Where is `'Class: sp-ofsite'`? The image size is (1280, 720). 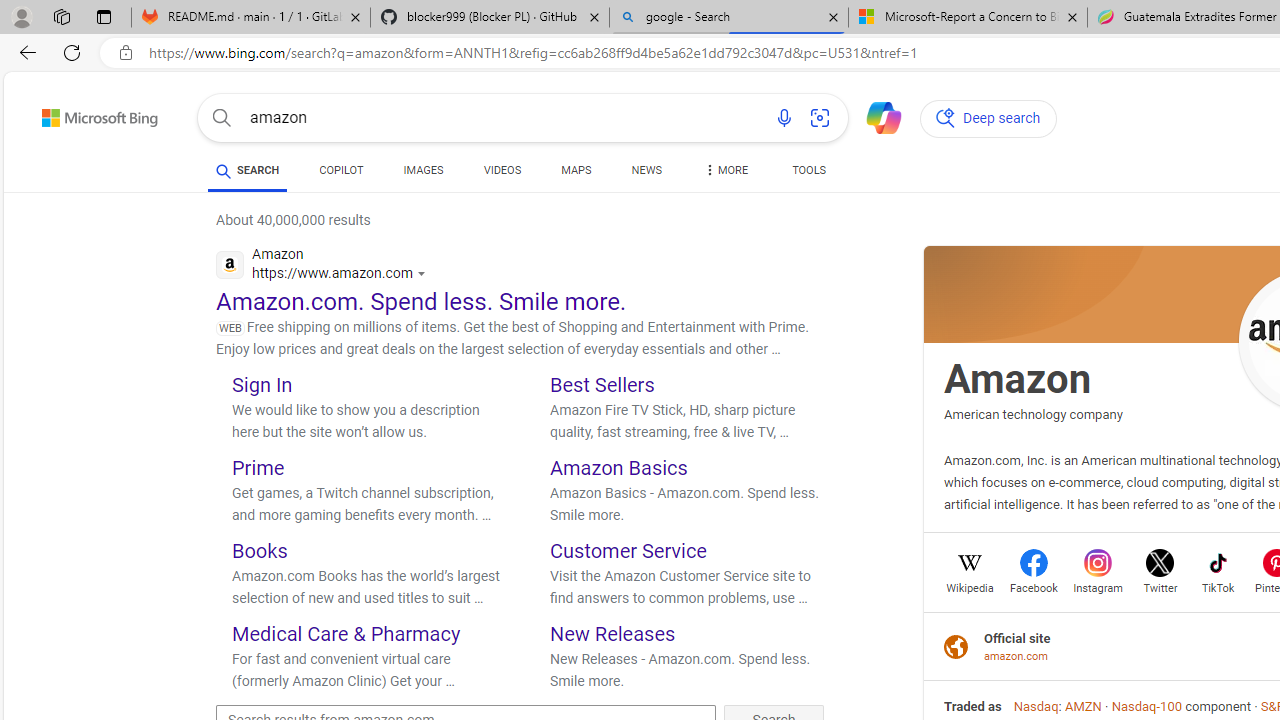 'Class: sp-ofsite' is located at coordinates (955, 646).